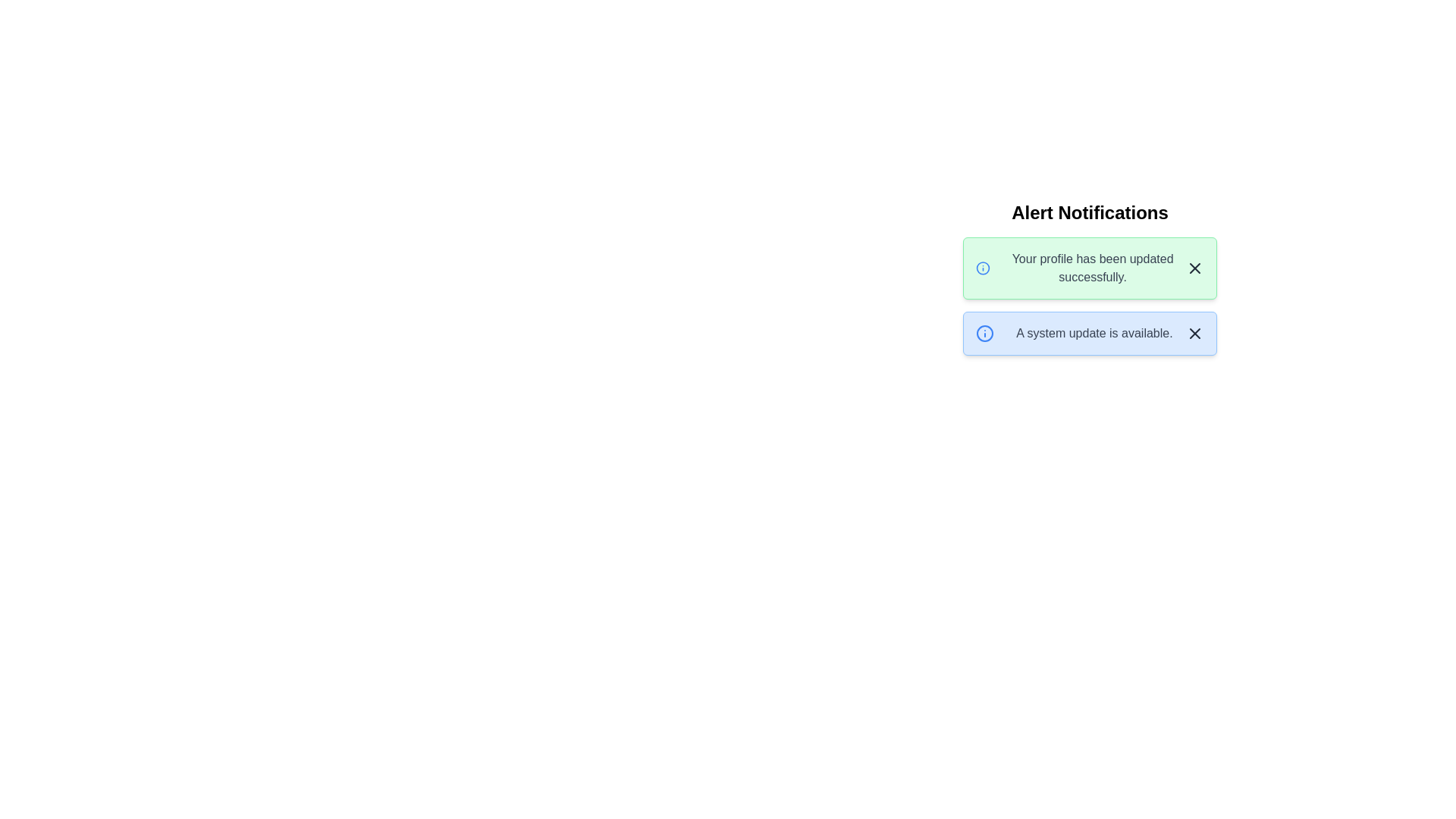  I want to click on the Notification alert that informs the user their profile has been updated successfully, so click(1089, 268).